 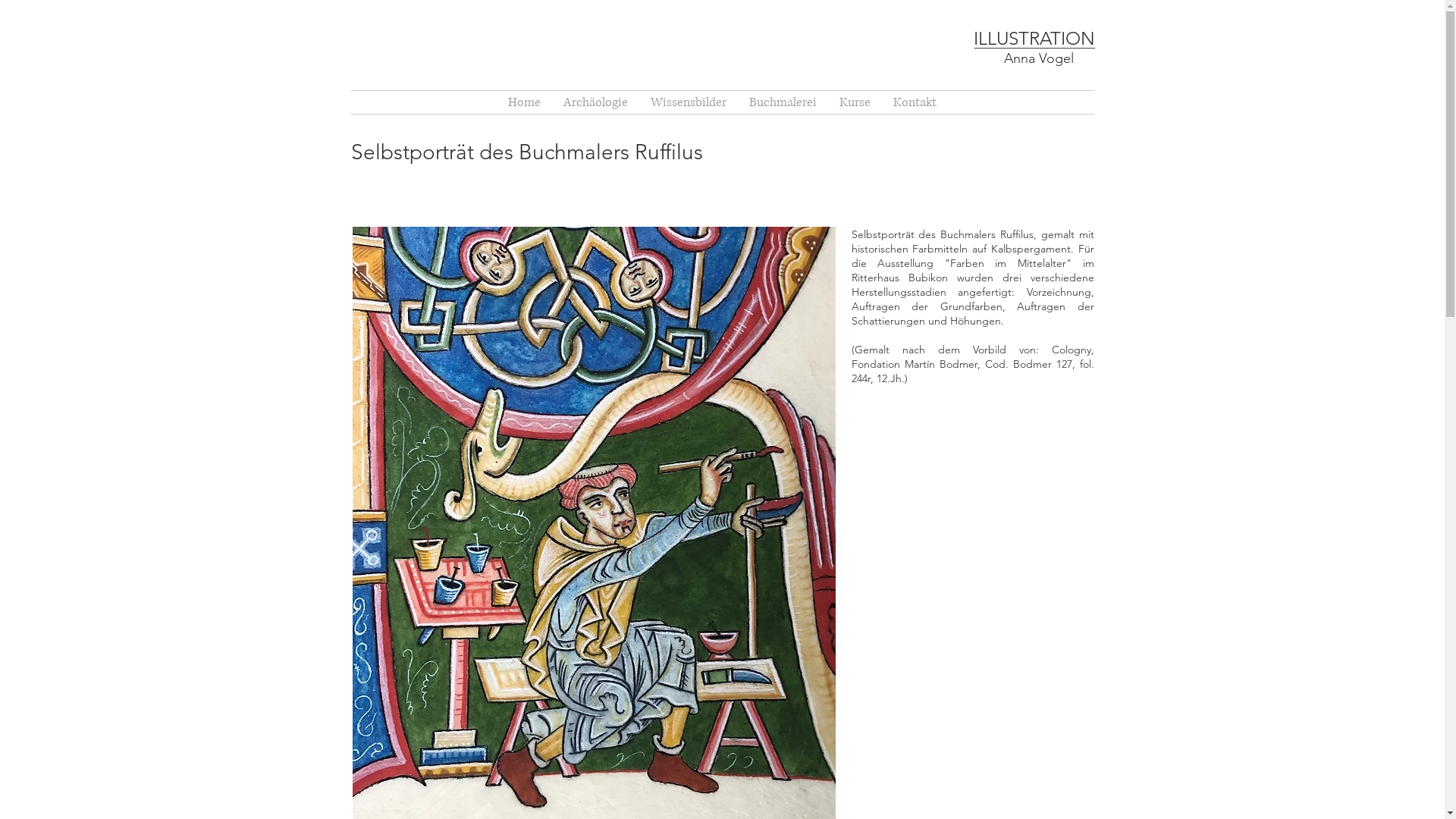 What do you see at coordinates (687, 102) in the screenshot?
I see `'Wissensbilder'` at bounding box center [687, 102].